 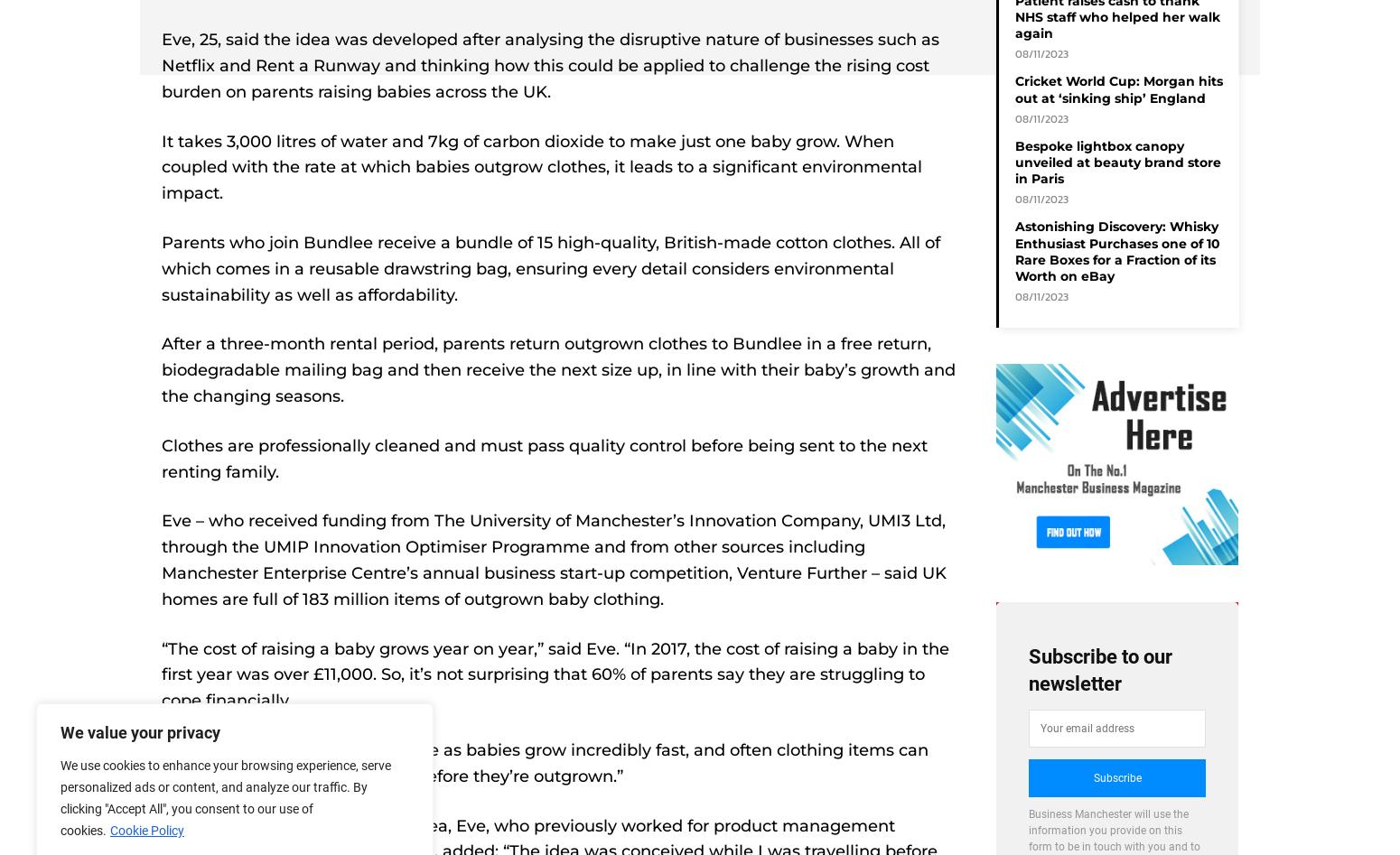 What do you see at coordinates (226, 797) in the screenshot?
I see `'We use cookies to enhance your browsing experience, serve personalized ads or content, and analyze our traffic. By clicking "Accept All", you consent to our use of cookies.'` at bounding box center [226, 797].